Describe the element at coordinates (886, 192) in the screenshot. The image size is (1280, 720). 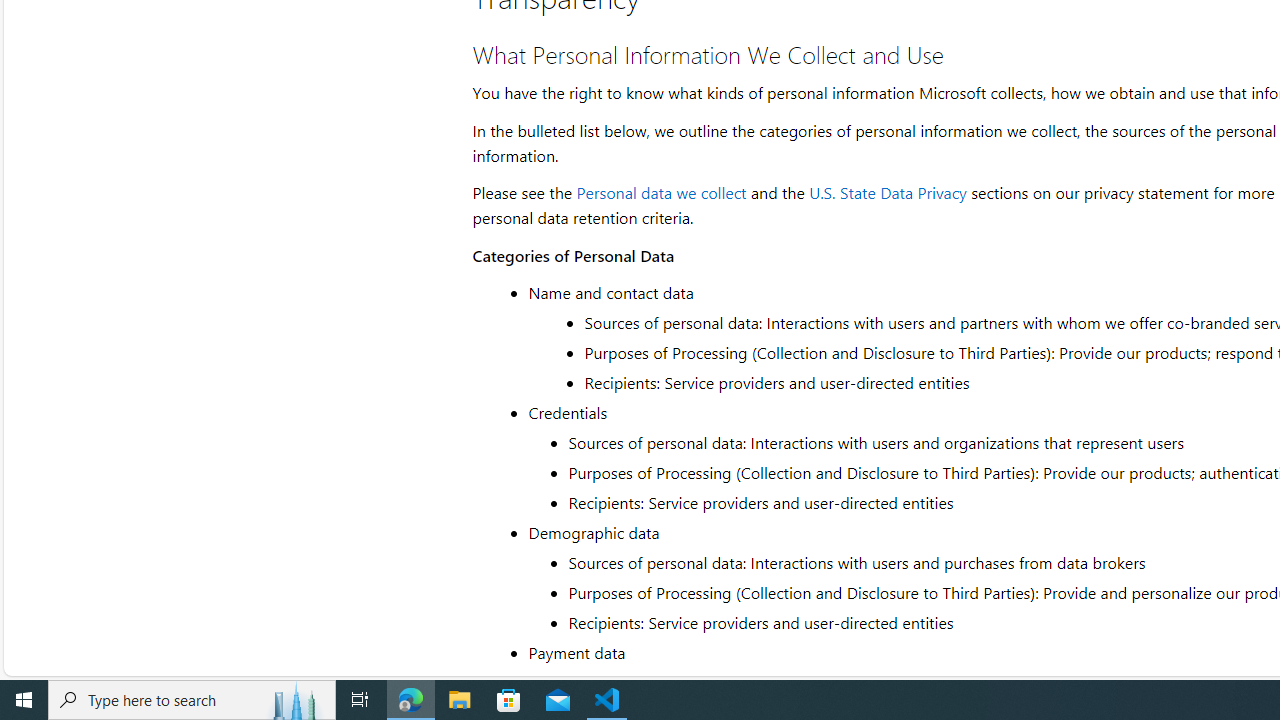
I see `'U.S. State Data Privacy'` at that location.